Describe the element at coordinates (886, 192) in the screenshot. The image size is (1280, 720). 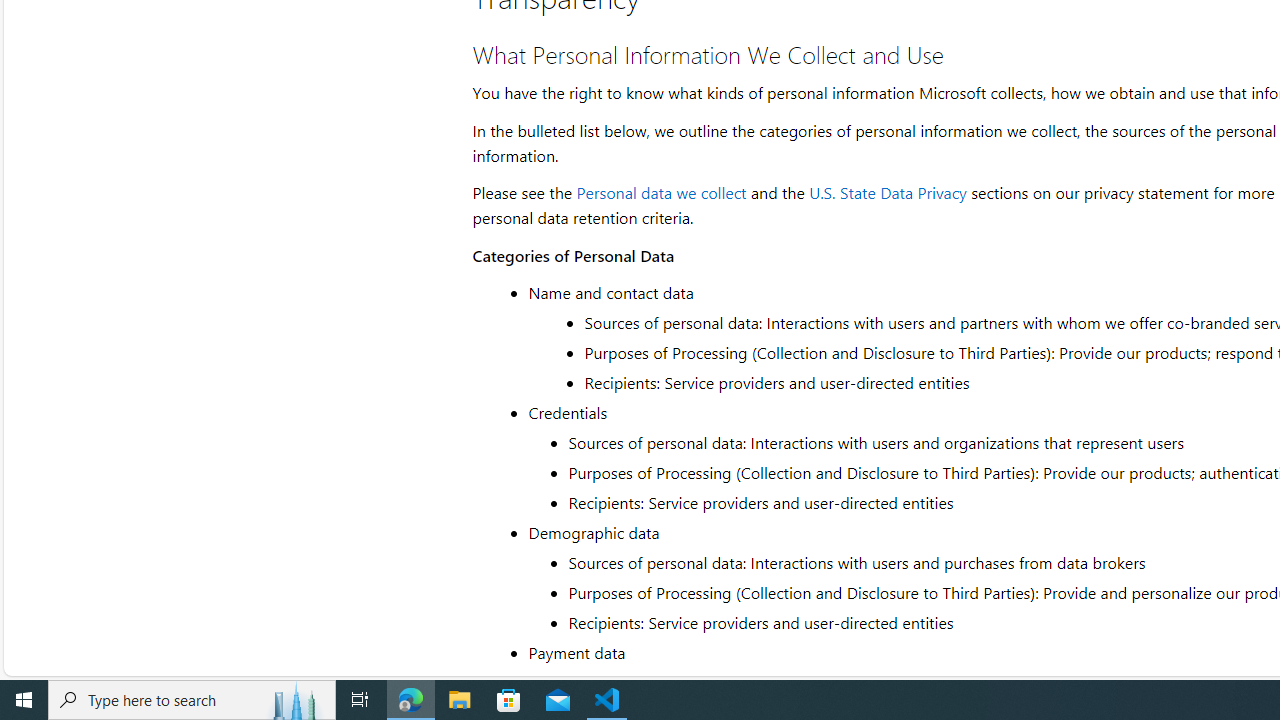
I see `'U.S. State Data Privacy'` at that location.